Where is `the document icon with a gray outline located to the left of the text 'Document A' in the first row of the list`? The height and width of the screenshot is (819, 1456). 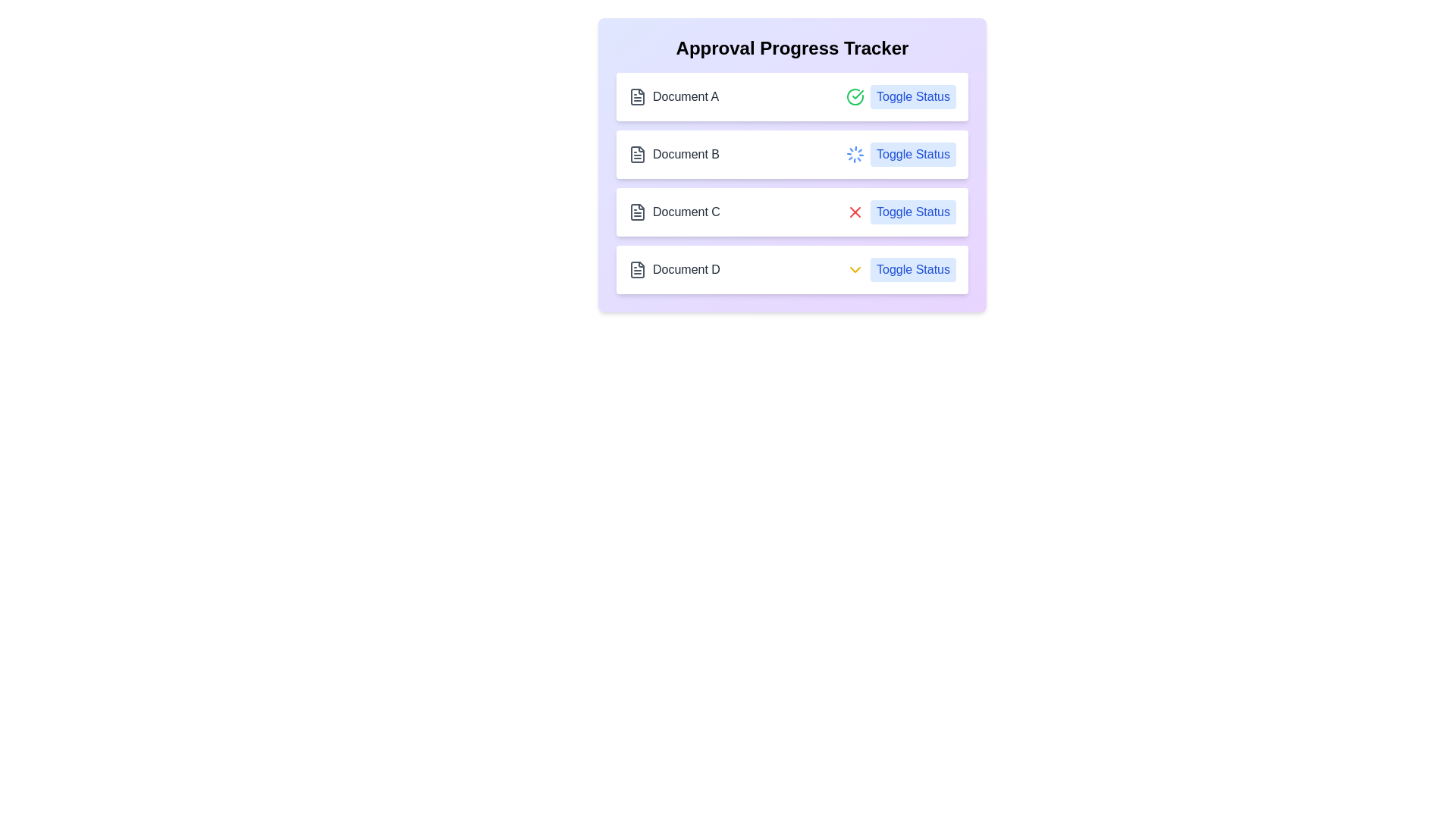
the document icon with a gray outline located to the left of the text 'Document A' in the first row of the list is located at coordinates (637, 96).